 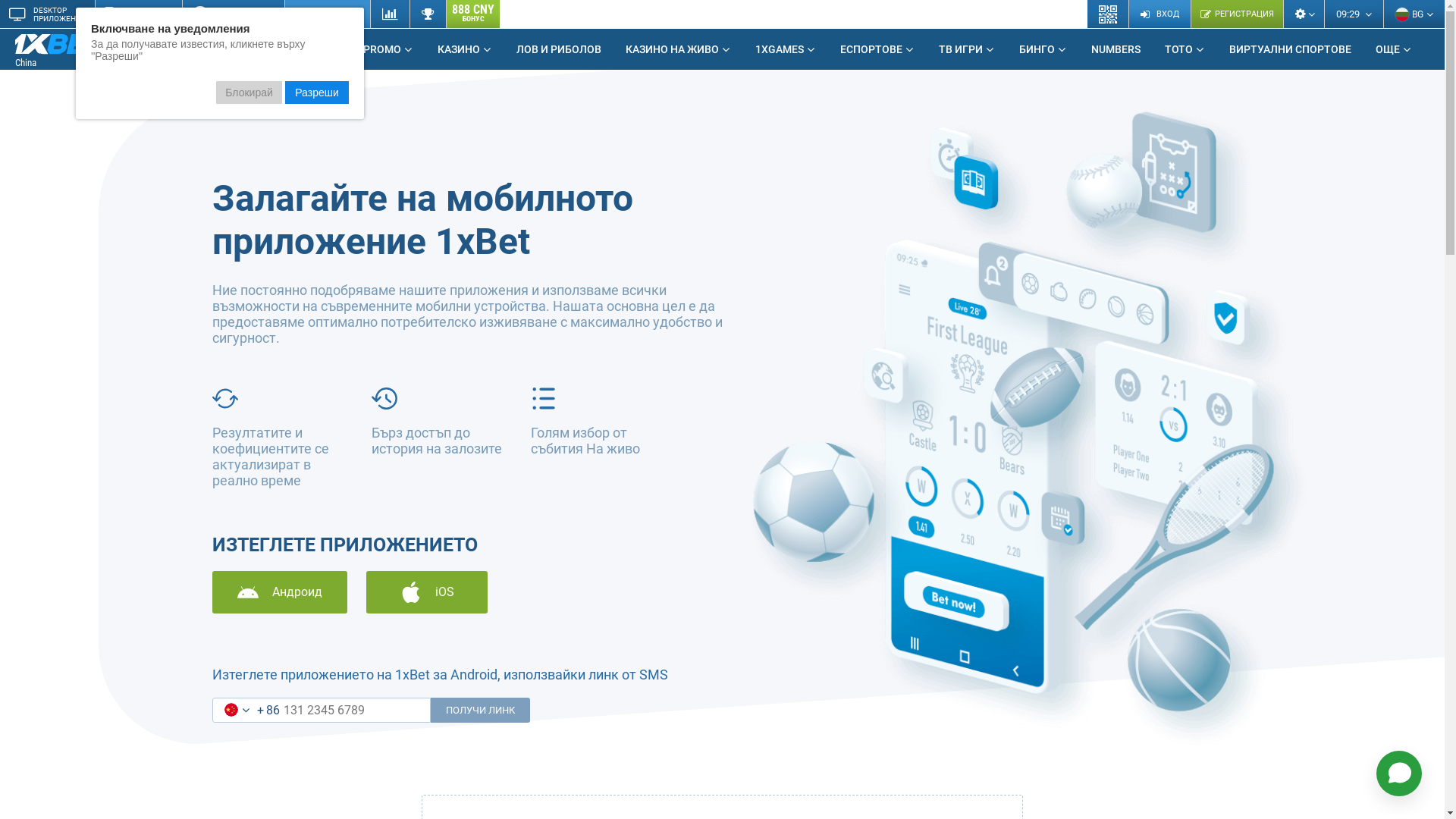 I want to click on '1XGAMES', so click(x=786, y=49).